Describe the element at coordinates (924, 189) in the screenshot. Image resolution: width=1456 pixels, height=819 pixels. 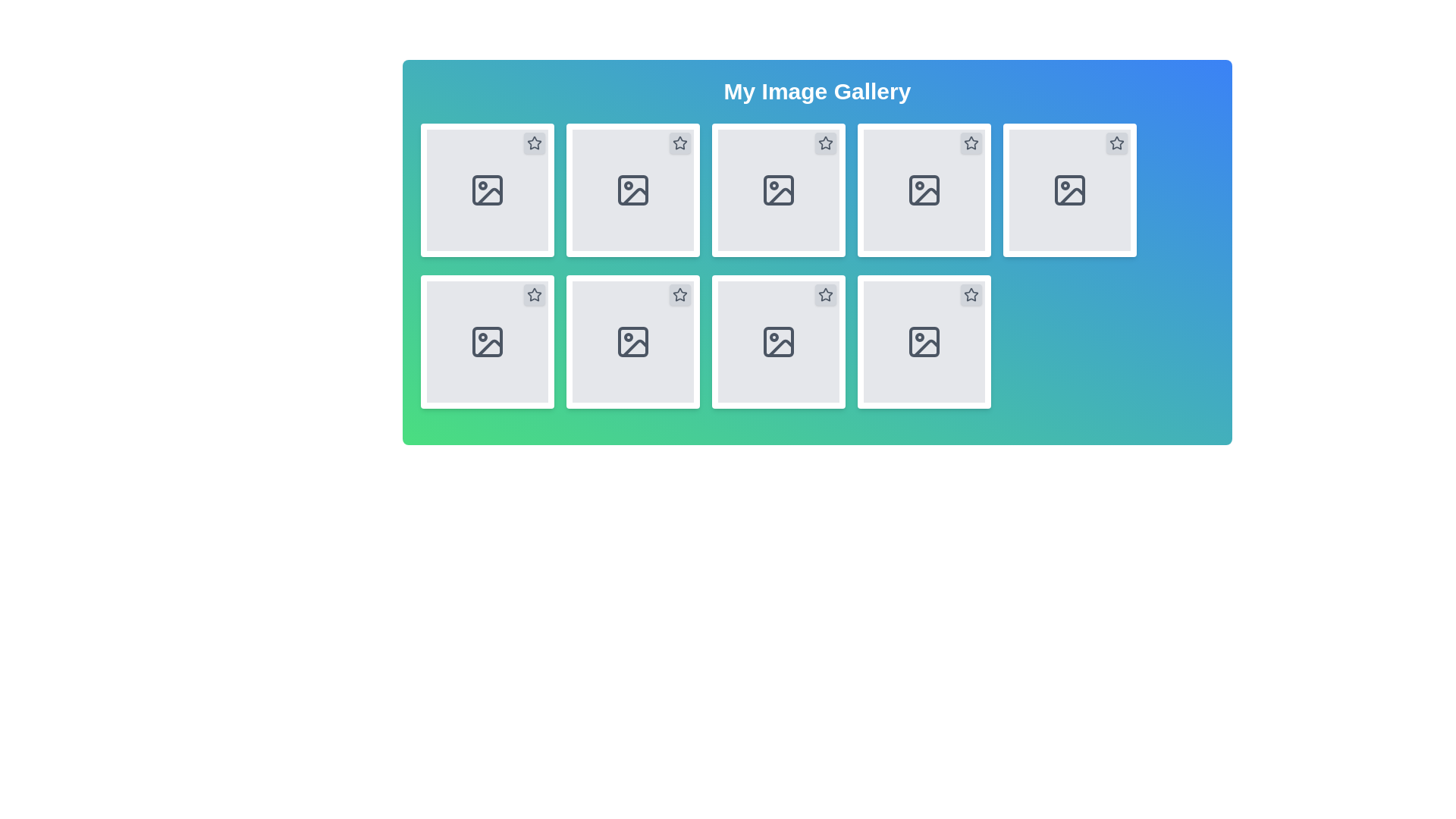
I see `the Image Thumbnail with a light gray background and a dark gray image outline icon` at that location.